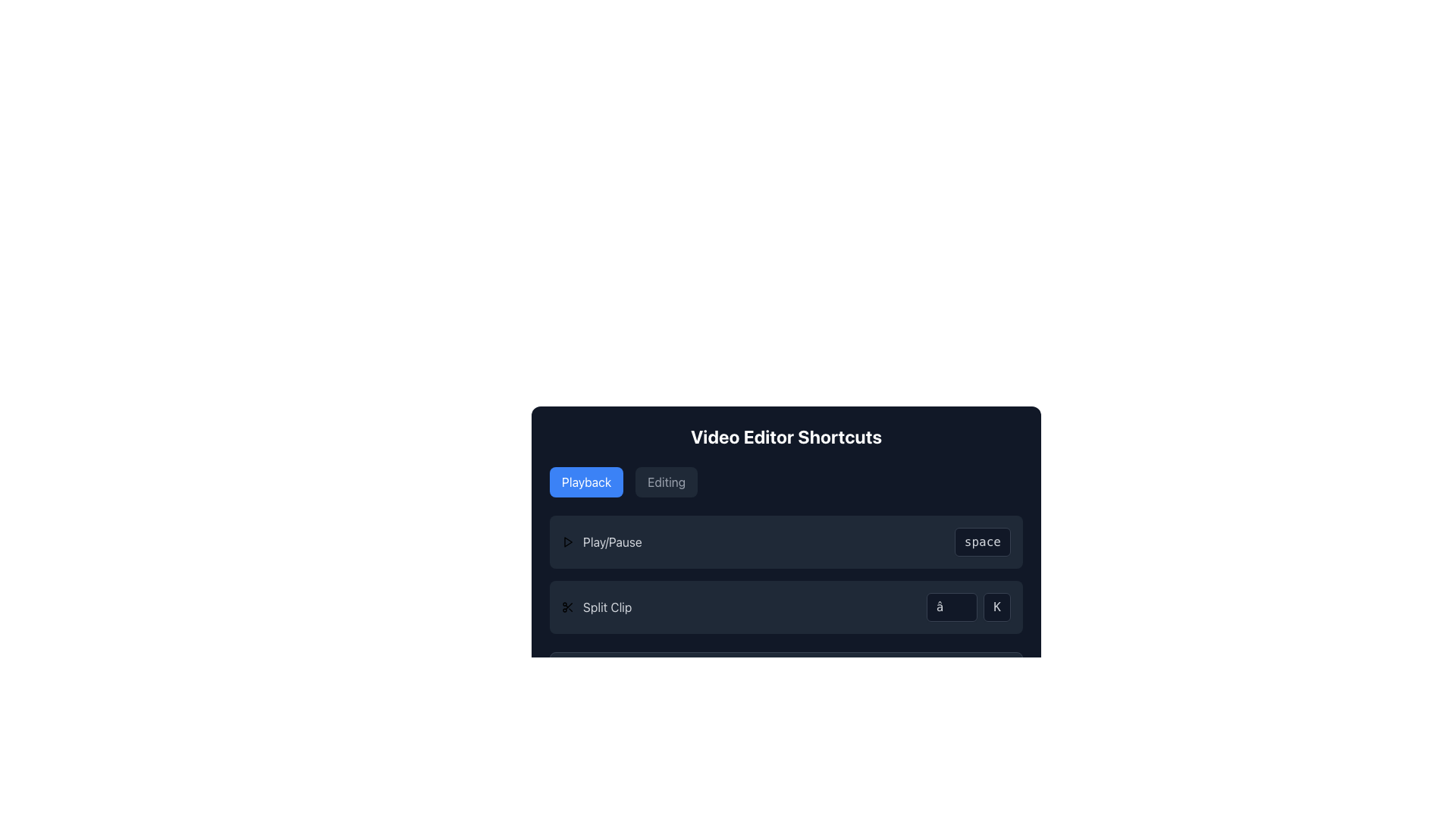  I want to click on the 'Split Clip' action row in the 'Video Editor Shortcuts' section, so click(786, 607).